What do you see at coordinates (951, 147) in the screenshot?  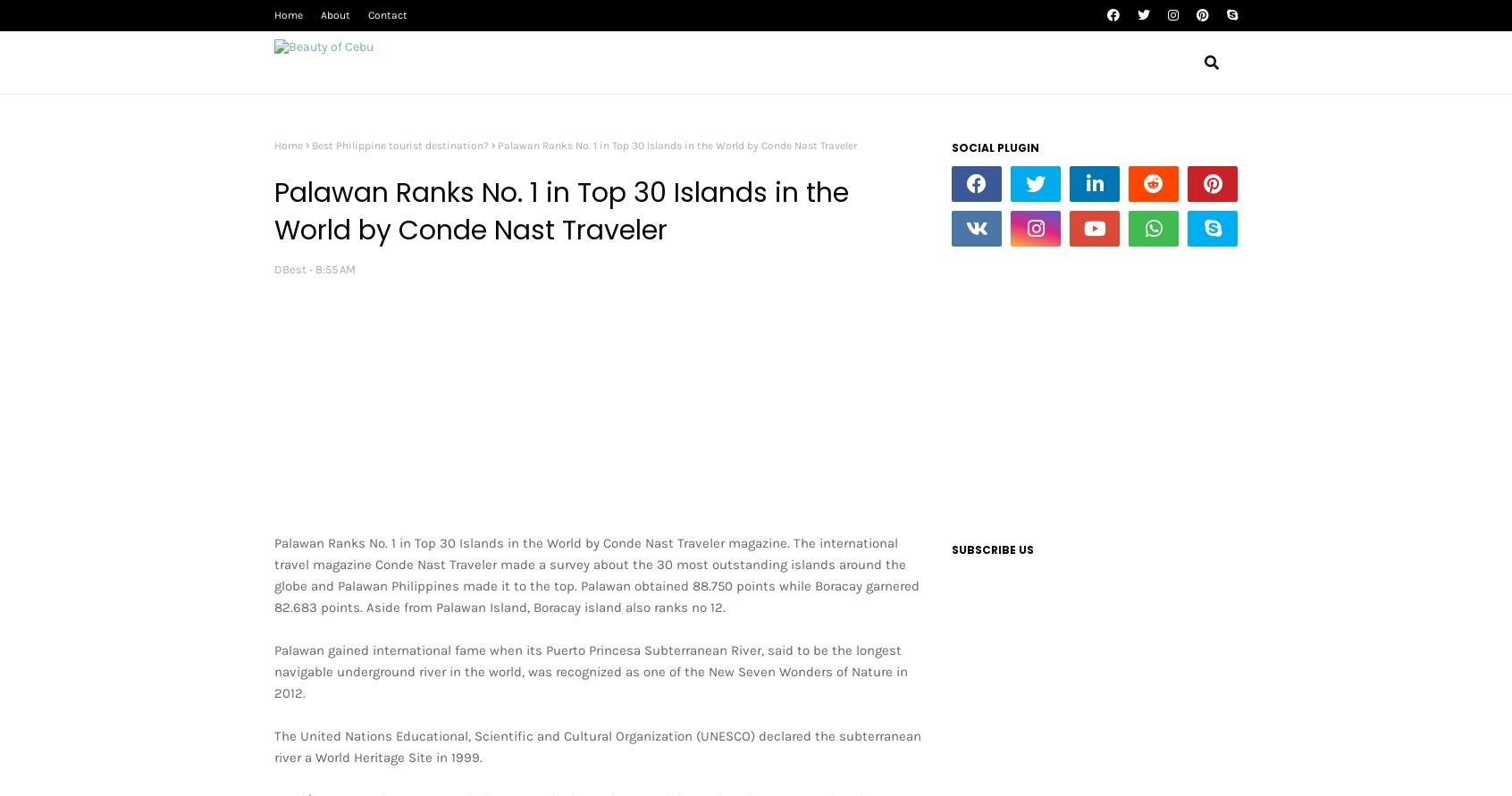 I see `'Social Plugin'` at bounding box center [951, 147].